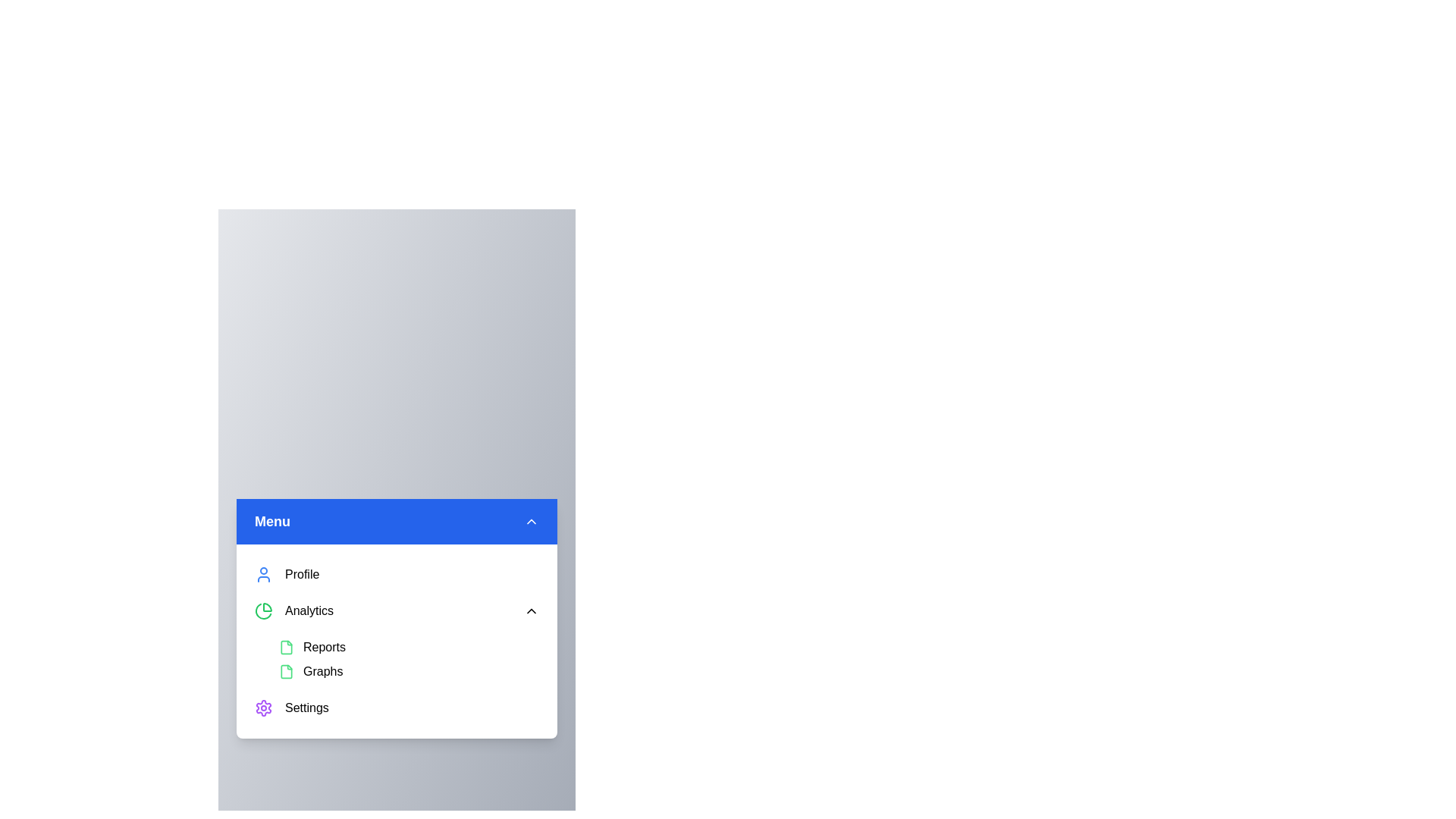 This screenshot has width=1456, height=819. What do you see at coordinates (415, 671) in the screenshot?
I see `the 'Graphs' menu item, which is the second option under the 'Reports' section in the dropdown menu` at bounding box center [415, 671].